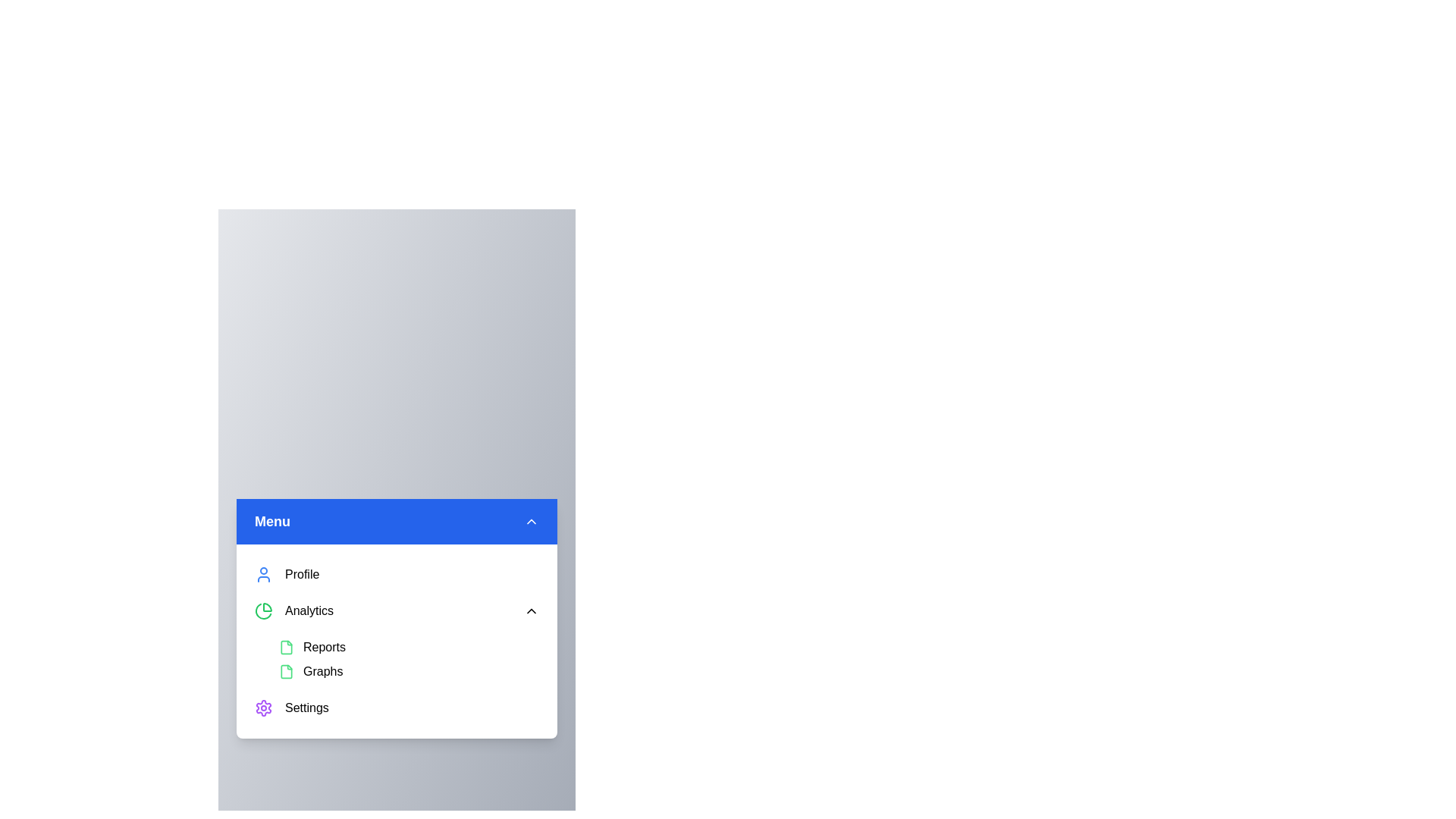 This screenshot has width=1456, height=819. What do you see at coordinates (415, 671) in the screenshot?
I see `the 'Graphs' menu item, which is the second option under the 'Reports' section in the dropdown menu` at bounding box center [415, 671].